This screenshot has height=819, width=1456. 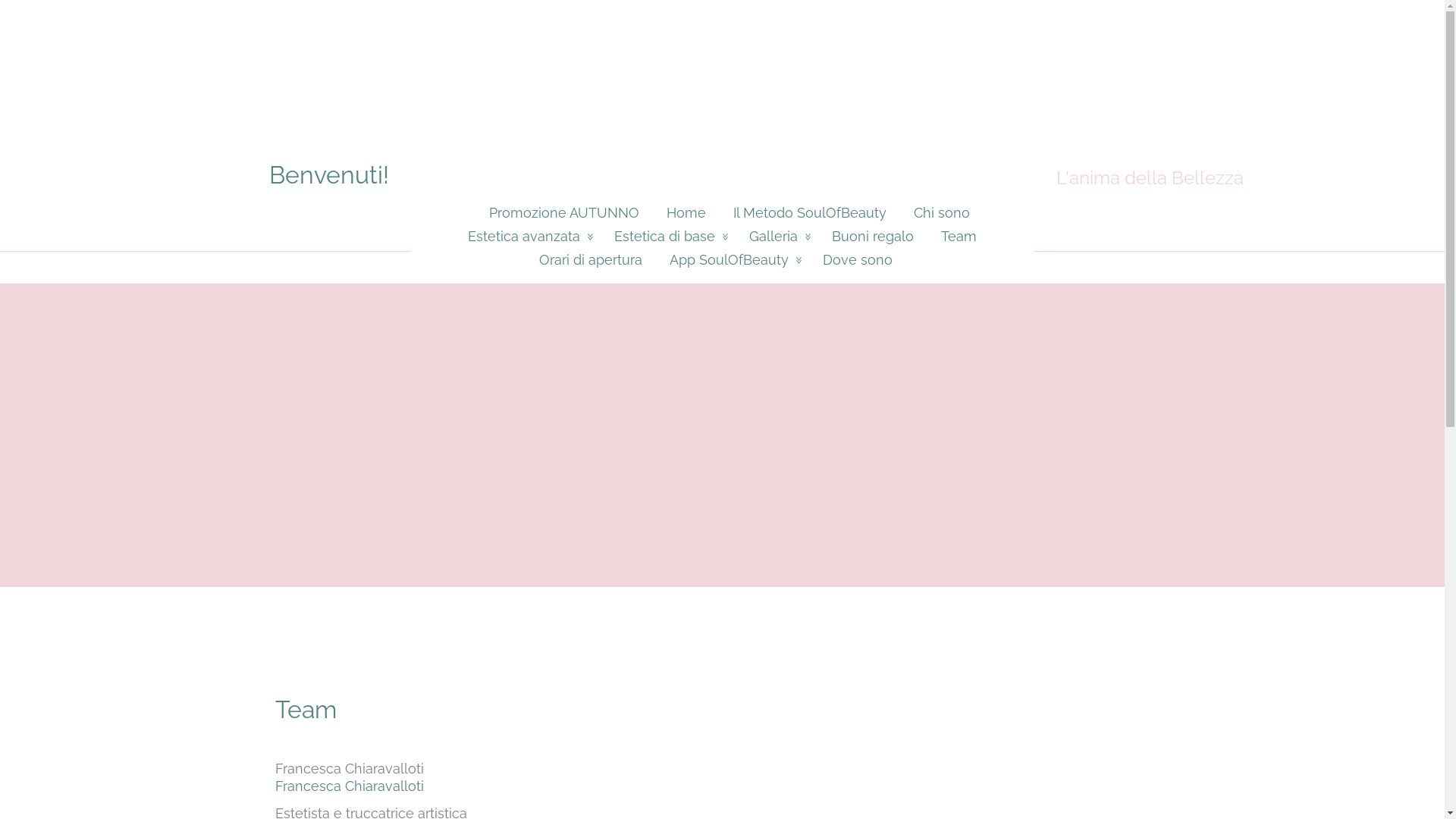 What do you see at coordinates (899, 212) in the screenshot?
I see `'Chi sono'` at bounding box center [899, 212].